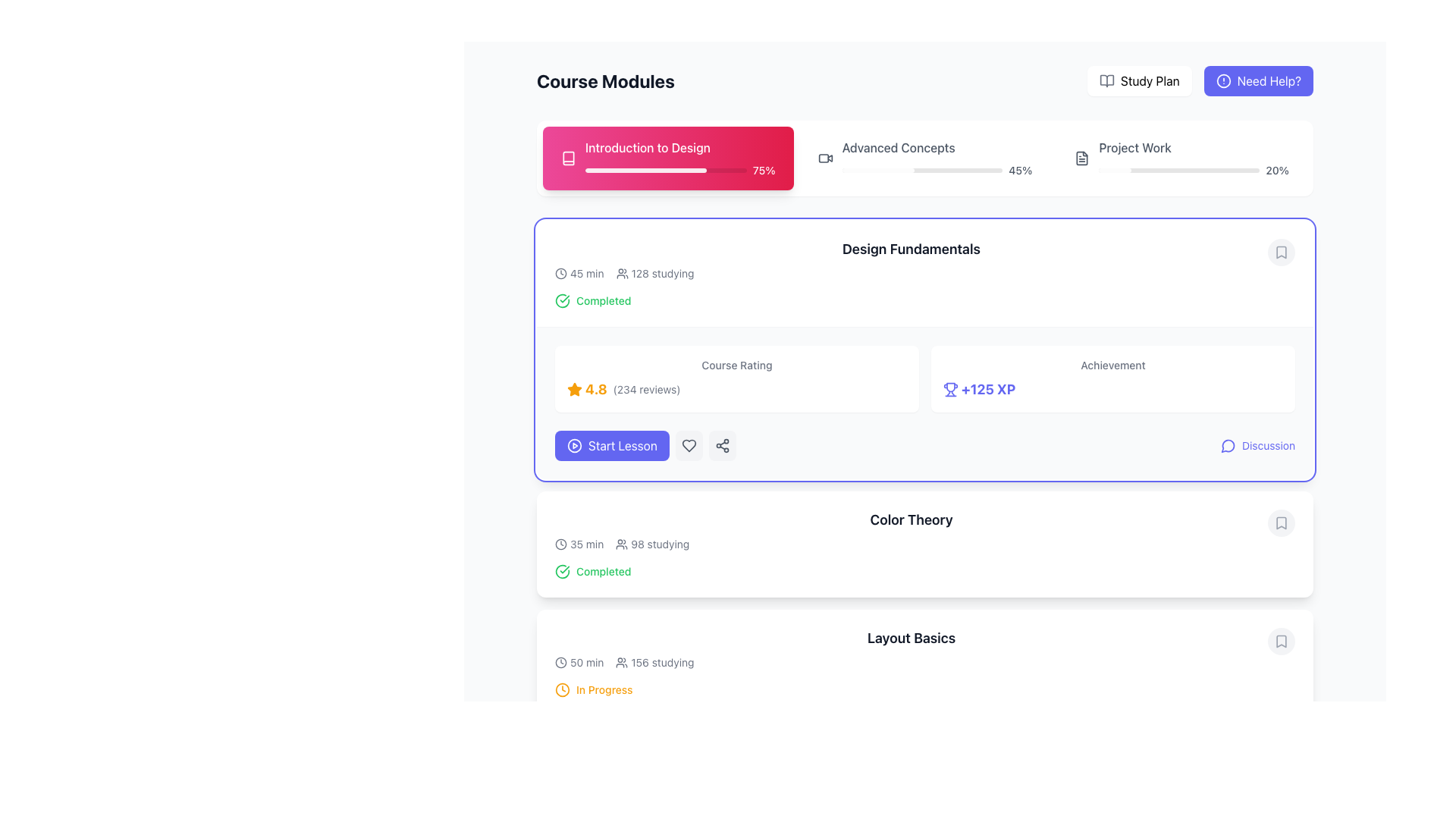  Describe the element at coordinates (1115, 170) in the screenshot. I see `the visual progress indication by focusing on the leftmost segment of the progress bar located at the top of the page` at that location.